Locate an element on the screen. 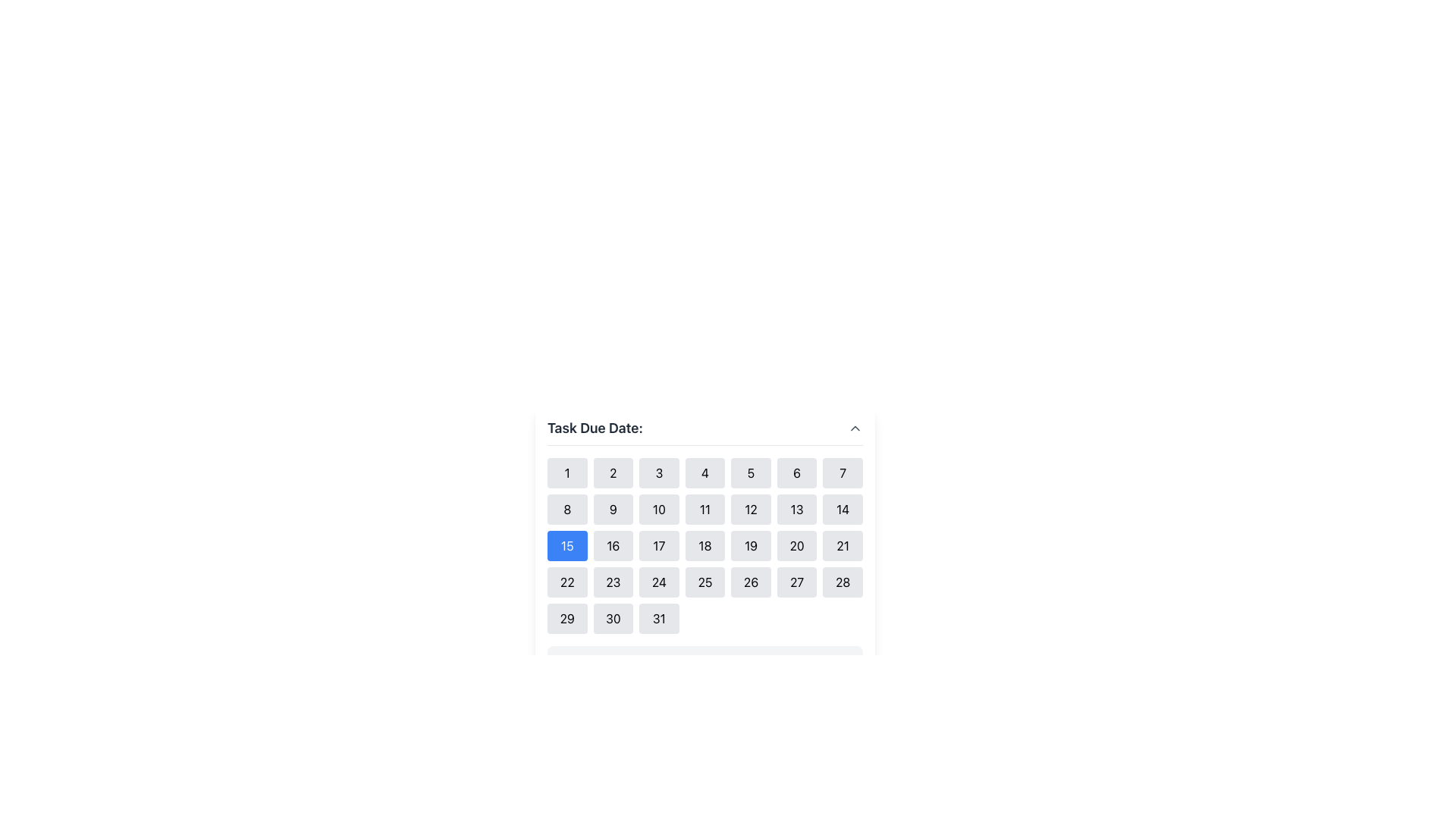 Image resolution: width=1456 pixels, height=819 pixels. the button located in the top-left corner of the calendar grid is located at coordinates (566, 472).